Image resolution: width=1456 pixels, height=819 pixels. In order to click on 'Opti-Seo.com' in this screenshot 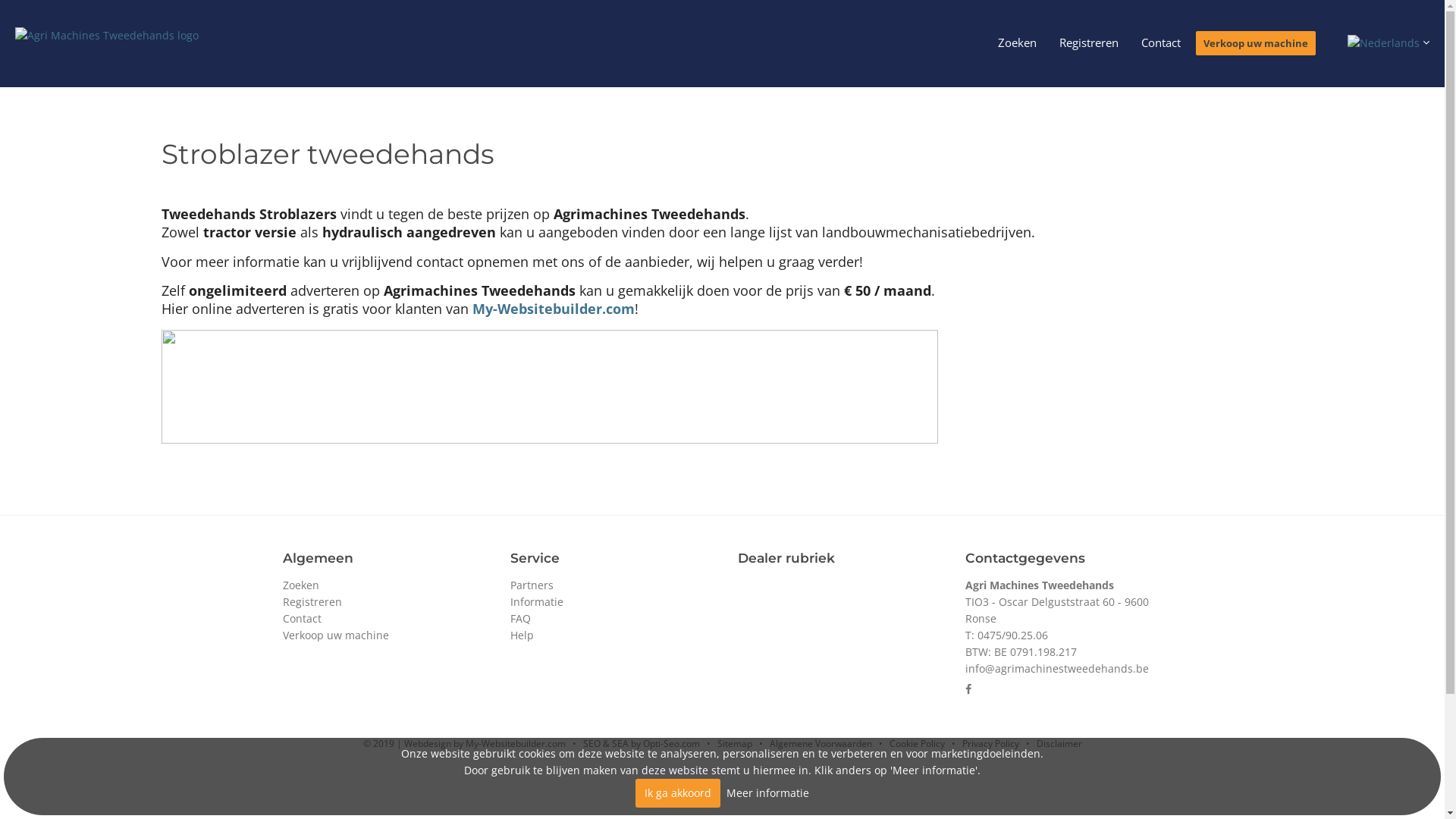, I will do `click(670, 742)`.